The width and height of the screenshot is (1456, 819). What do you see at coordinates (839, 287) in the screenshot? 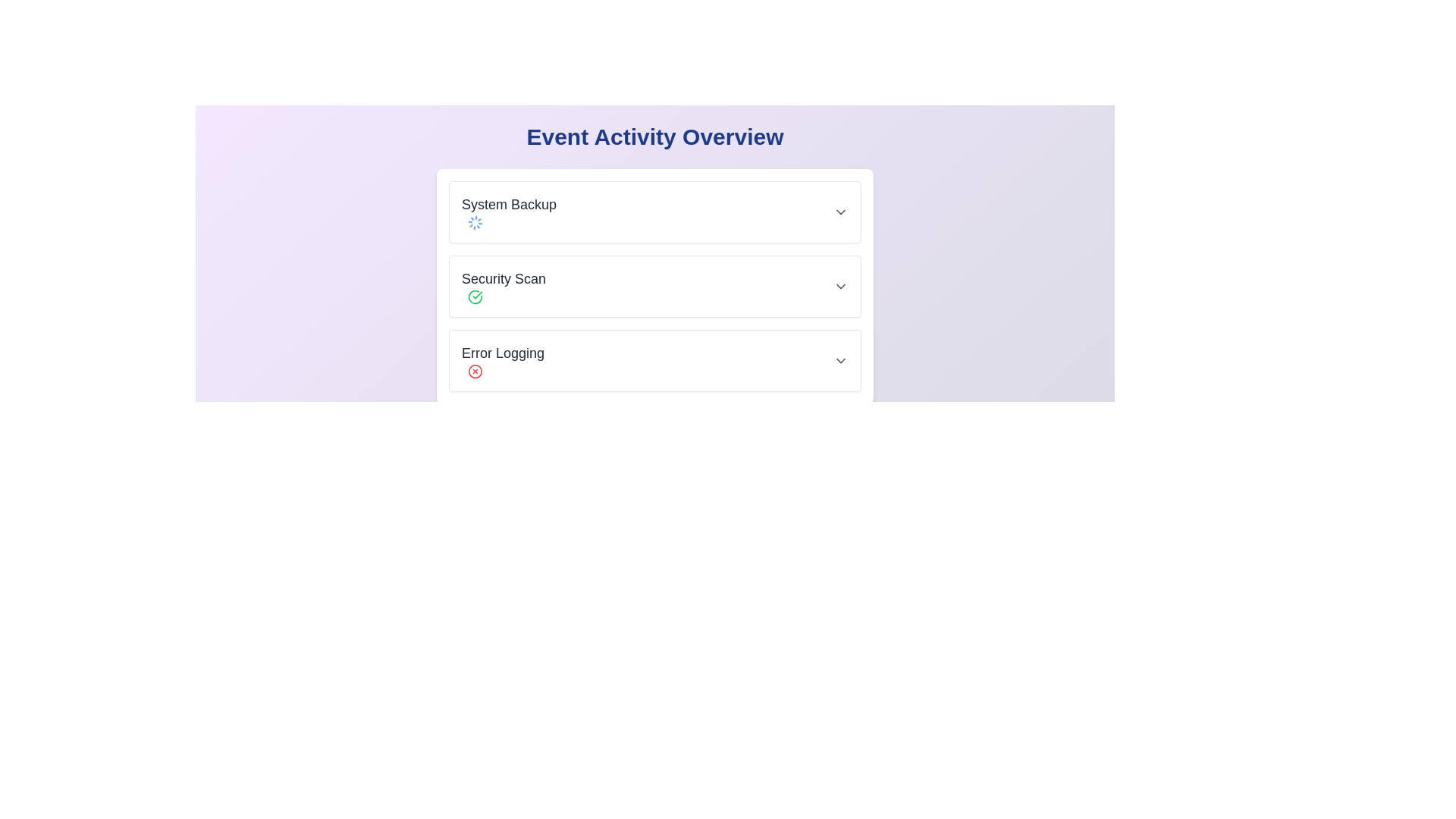
I see `the Dropdown toggle button located at the far right of the 'Security Scan' section` at bounding box center [839, 287].